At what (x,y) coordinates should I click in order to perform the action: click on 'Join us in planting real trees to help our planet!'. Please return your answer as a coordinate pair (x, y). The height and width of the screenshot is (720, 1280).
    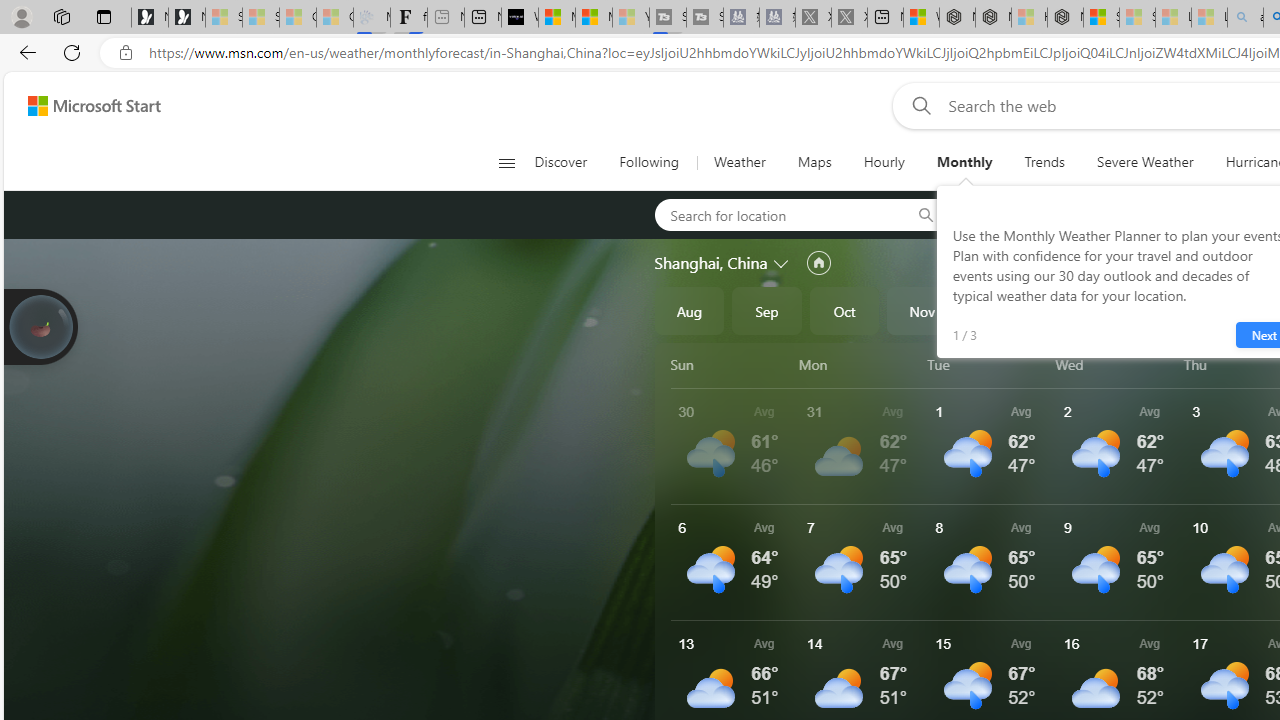
    Looking at the image, I should click on (40, 324).